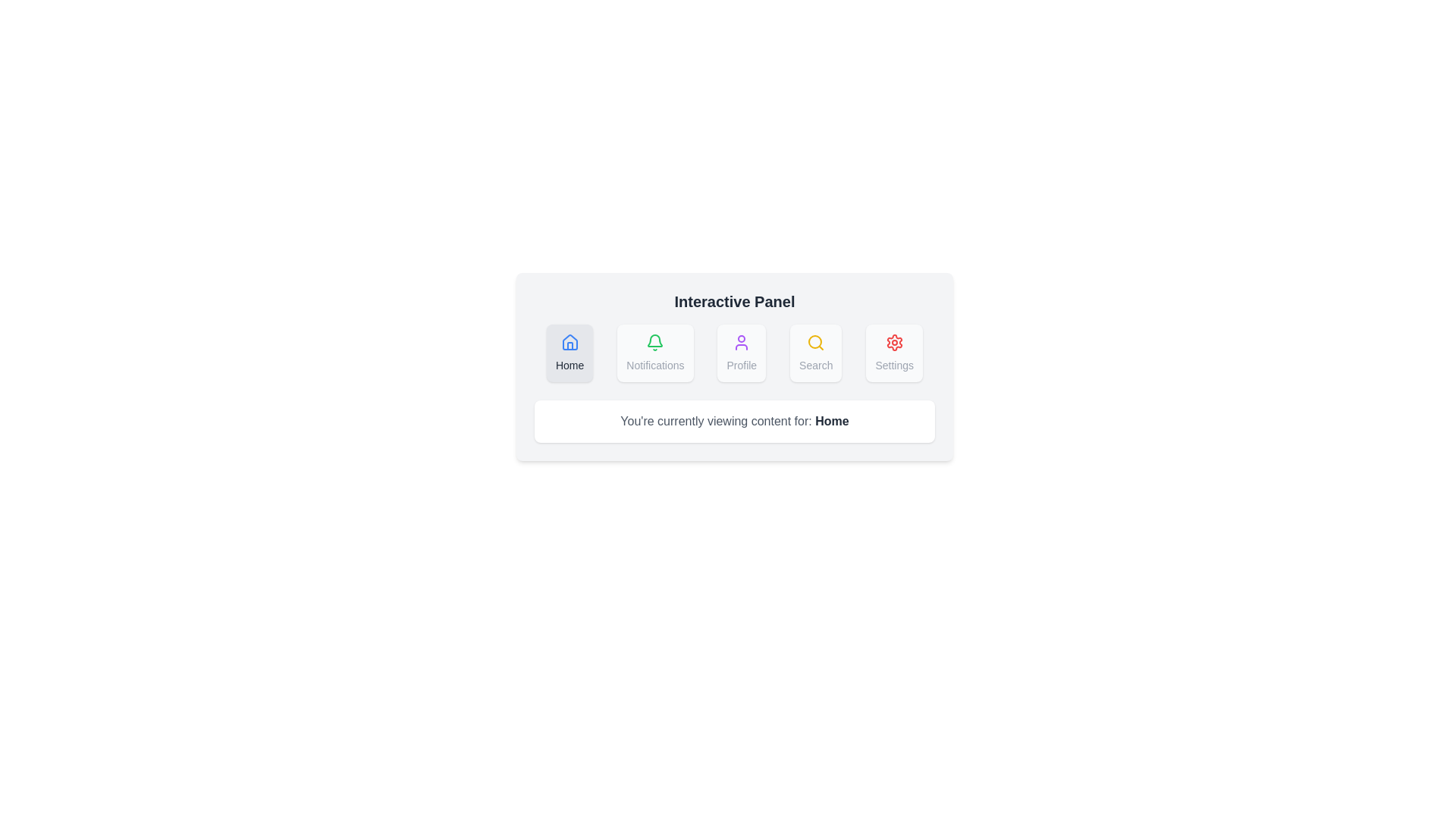 The image size is (1456, 819). Describe the element at coordinates (894, 342) in the screenshot. I see `the inner part of the red gear icon representing settings, located in the navigation panel` at that location.